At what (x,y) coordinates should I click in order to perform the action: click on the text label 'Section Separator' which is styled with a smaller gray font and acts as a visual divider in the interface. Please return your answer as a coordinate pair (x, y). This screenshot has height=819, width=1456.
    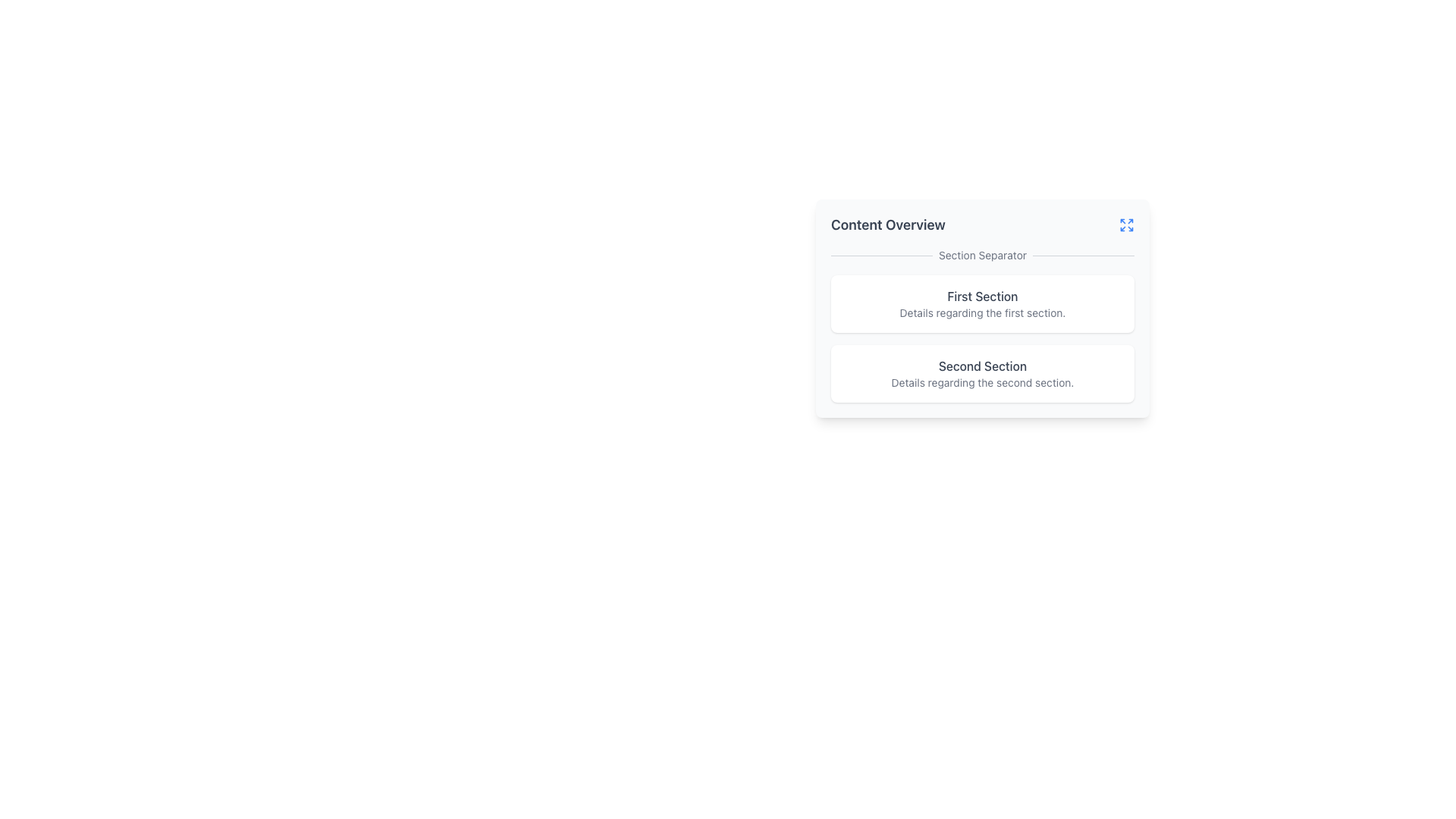
    Looking at the image, I should click on (983, 254).